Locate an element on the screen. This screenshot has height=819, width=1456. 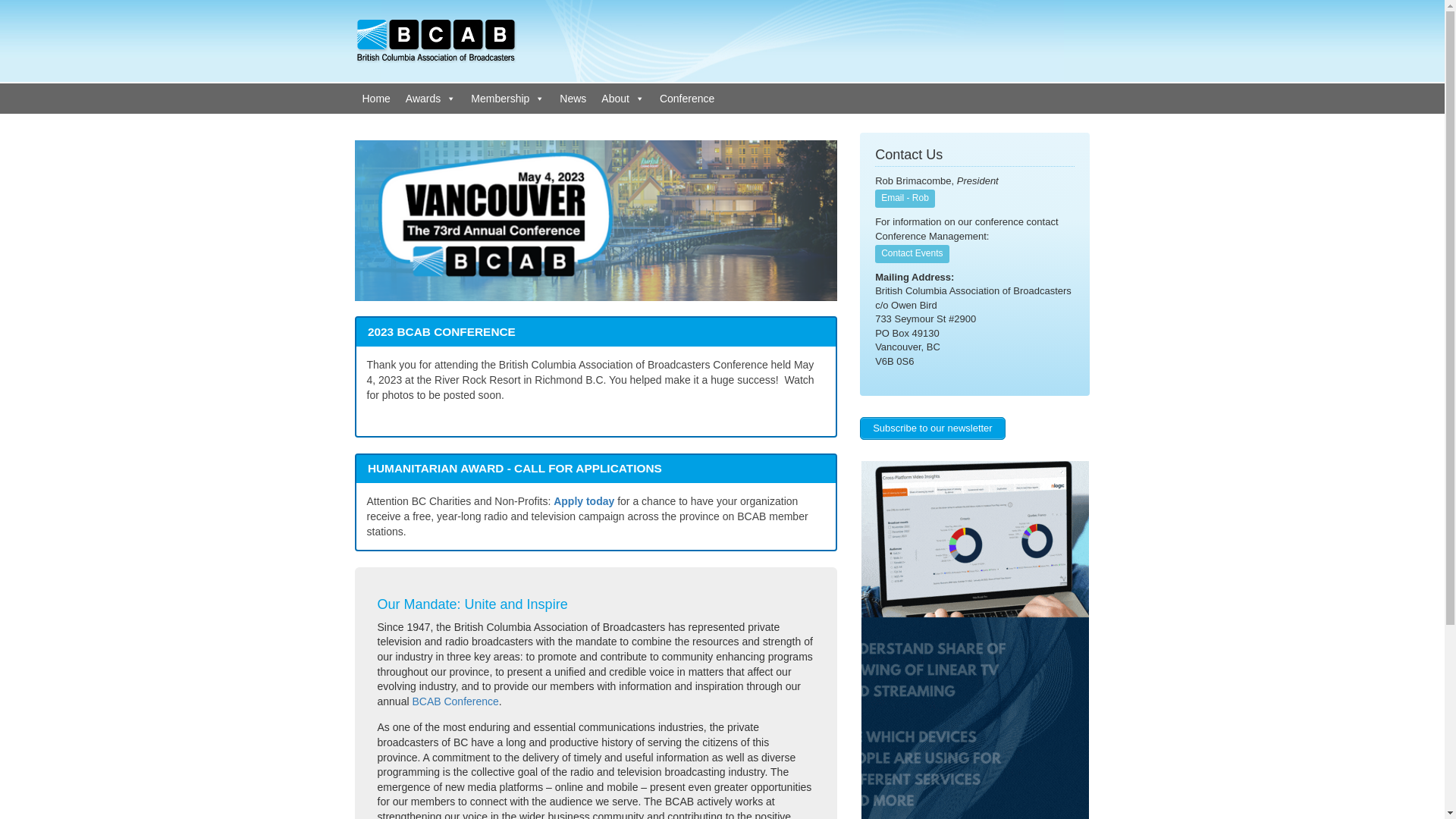
'British Columbia Association of Broadcasters' is located at coordinates (435, 40).